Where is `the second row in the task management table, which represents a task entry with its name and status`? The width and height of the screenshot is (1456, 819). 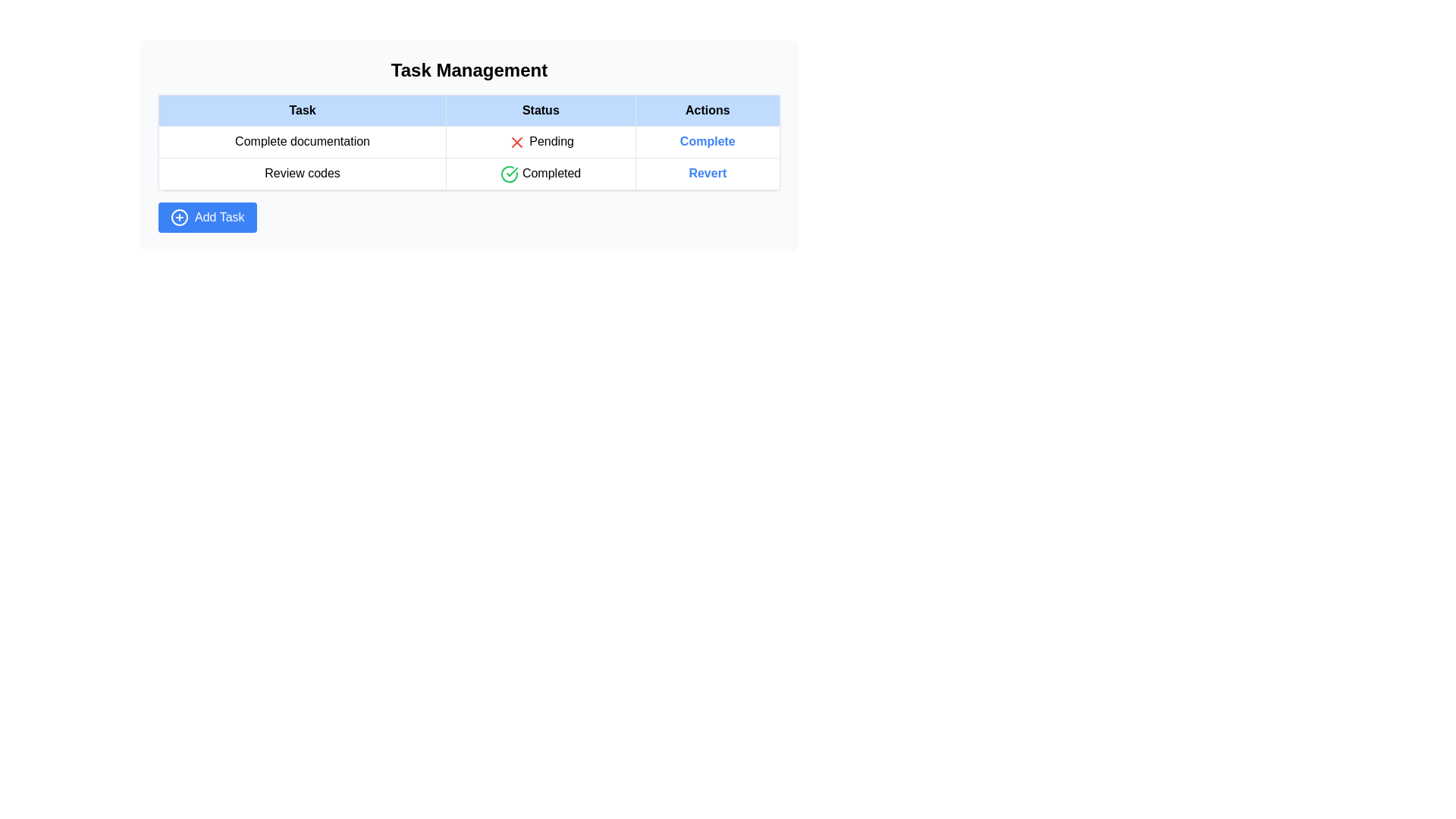 the second row in the task management table, which represents a task entry with its name and status is located at coordinates (469, 172).